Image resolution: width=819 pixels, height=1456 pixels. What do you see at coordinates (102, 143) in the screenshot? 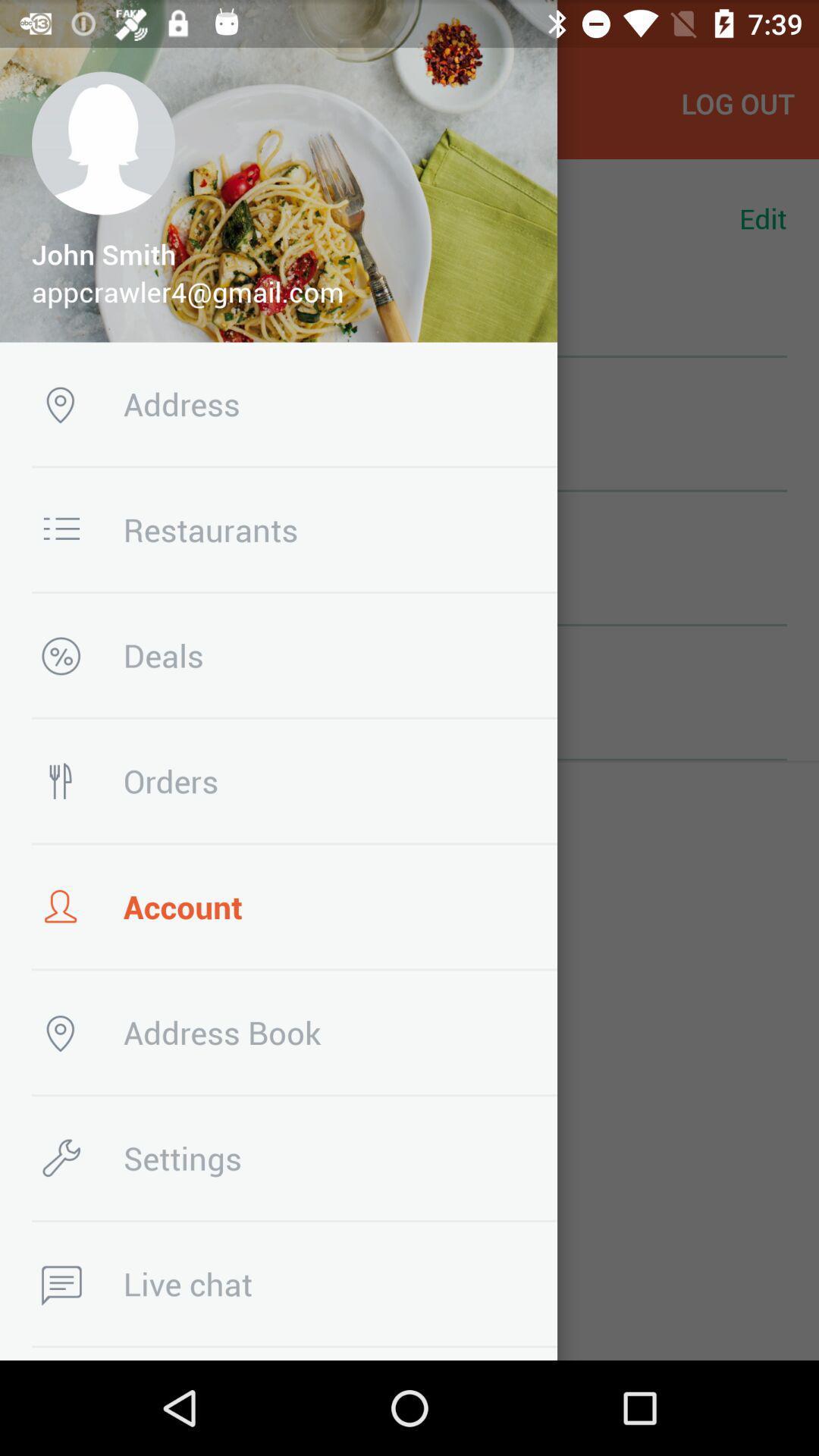
I see `the option which is above john smith` at bounding box center [102, 143].